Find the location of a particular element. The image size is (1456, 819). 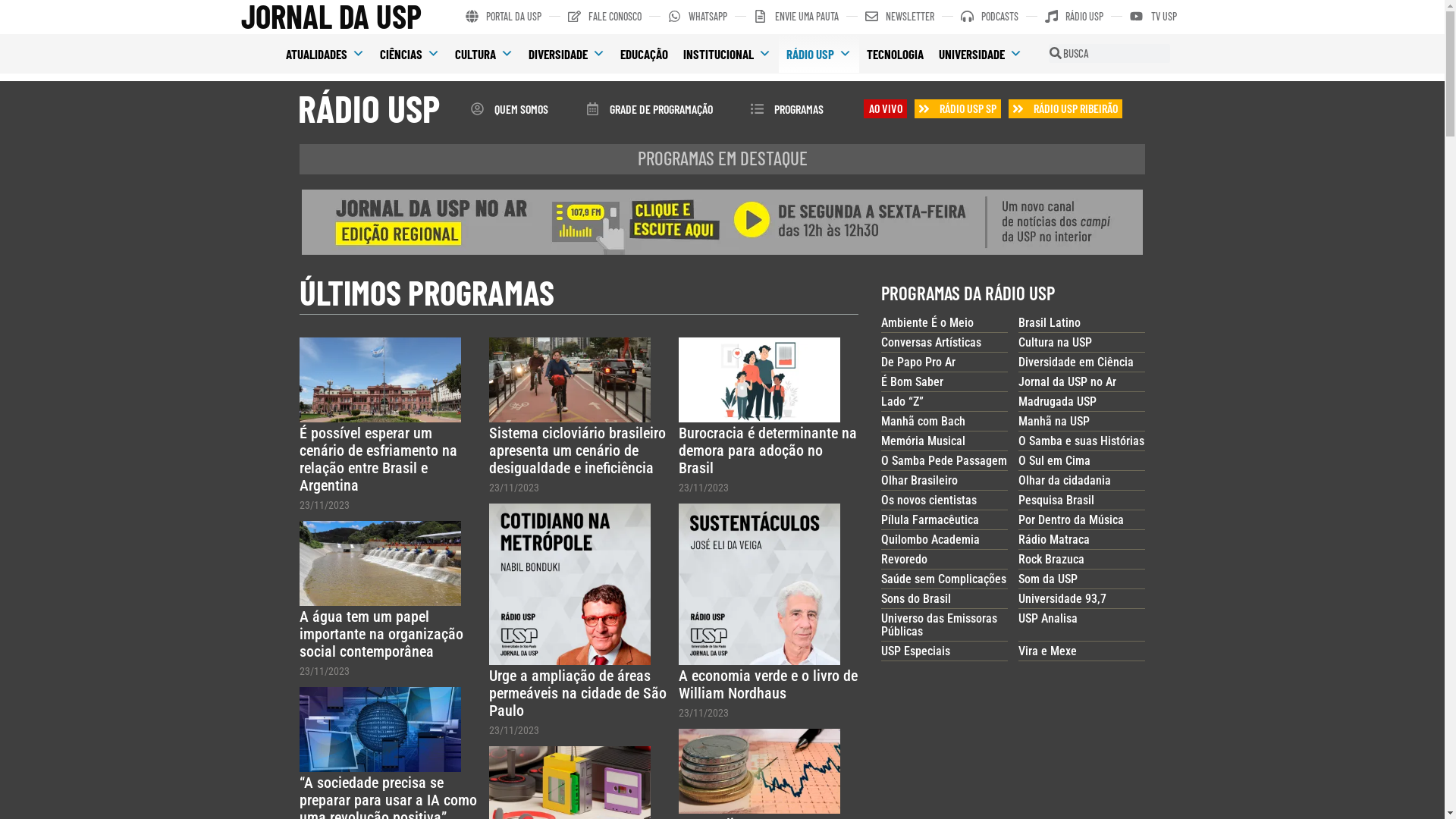

'ENVIE UMA PAUTA' is located at coordinates (753, 16).